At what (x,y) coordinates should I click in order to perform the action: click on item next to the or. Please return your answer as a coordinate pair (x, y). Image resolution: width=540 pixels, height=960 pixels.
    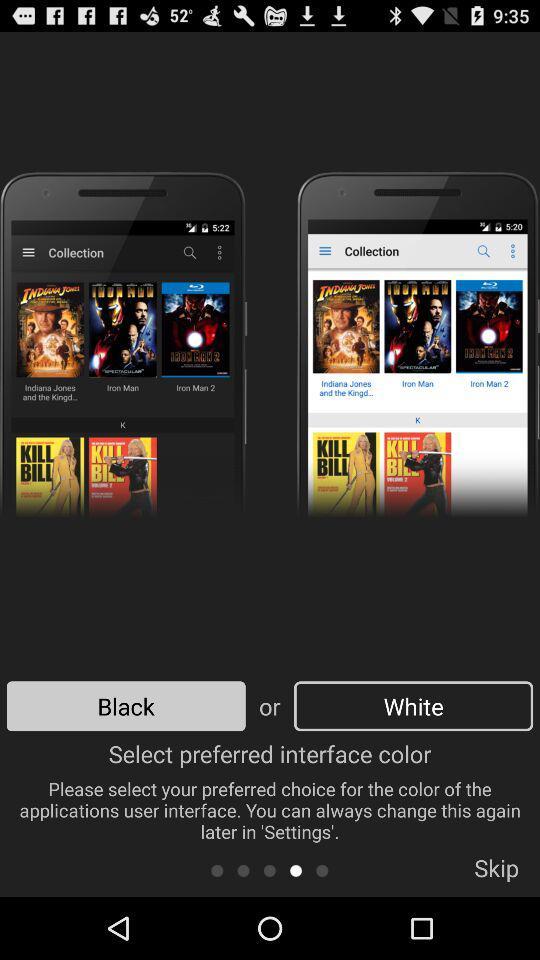
    Looking at the image, I should click on (412, 706).